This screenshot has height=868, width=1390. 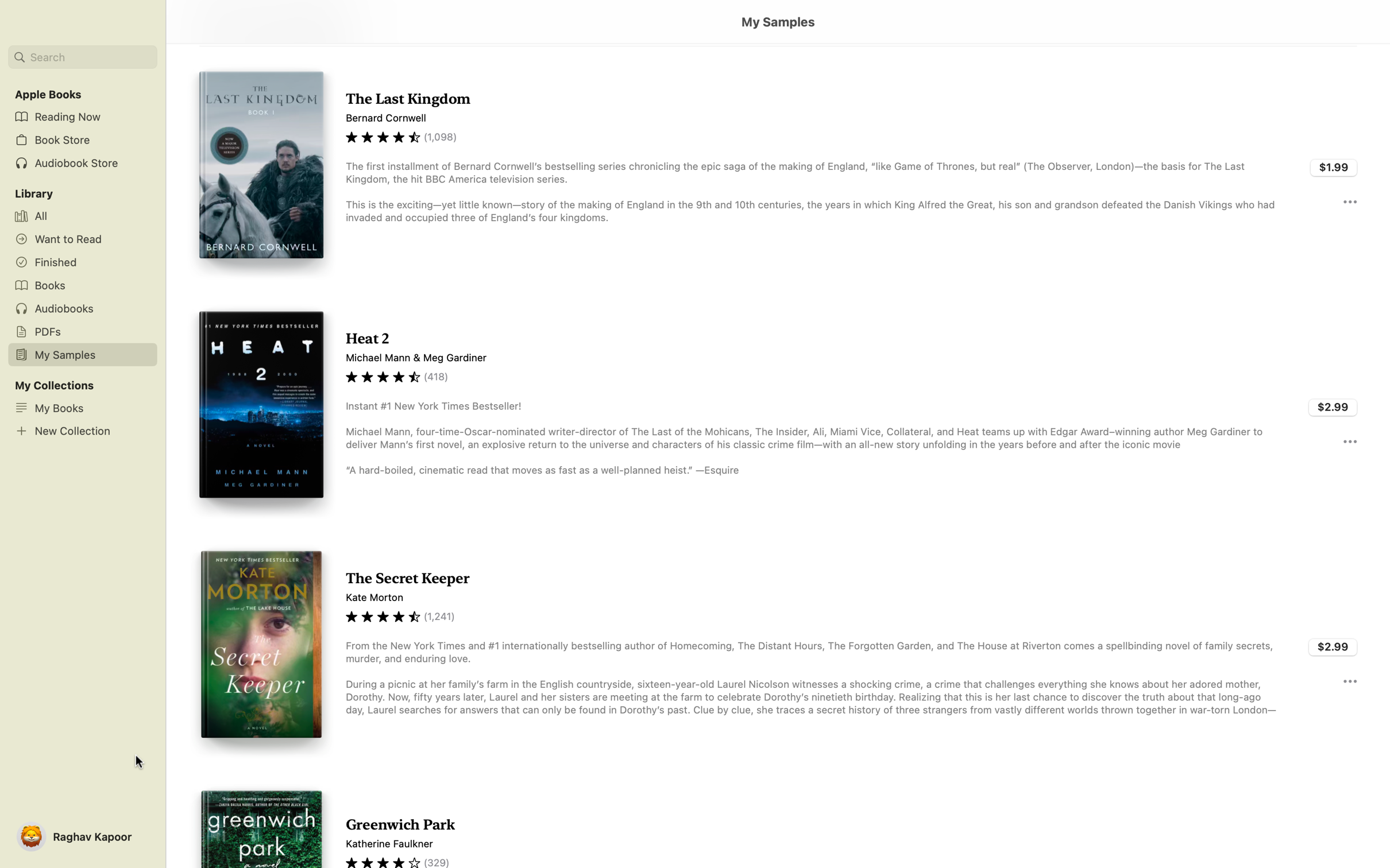 I want to click on Call the "read_heat_2" function with a double click action, so click(x=777, y=409).